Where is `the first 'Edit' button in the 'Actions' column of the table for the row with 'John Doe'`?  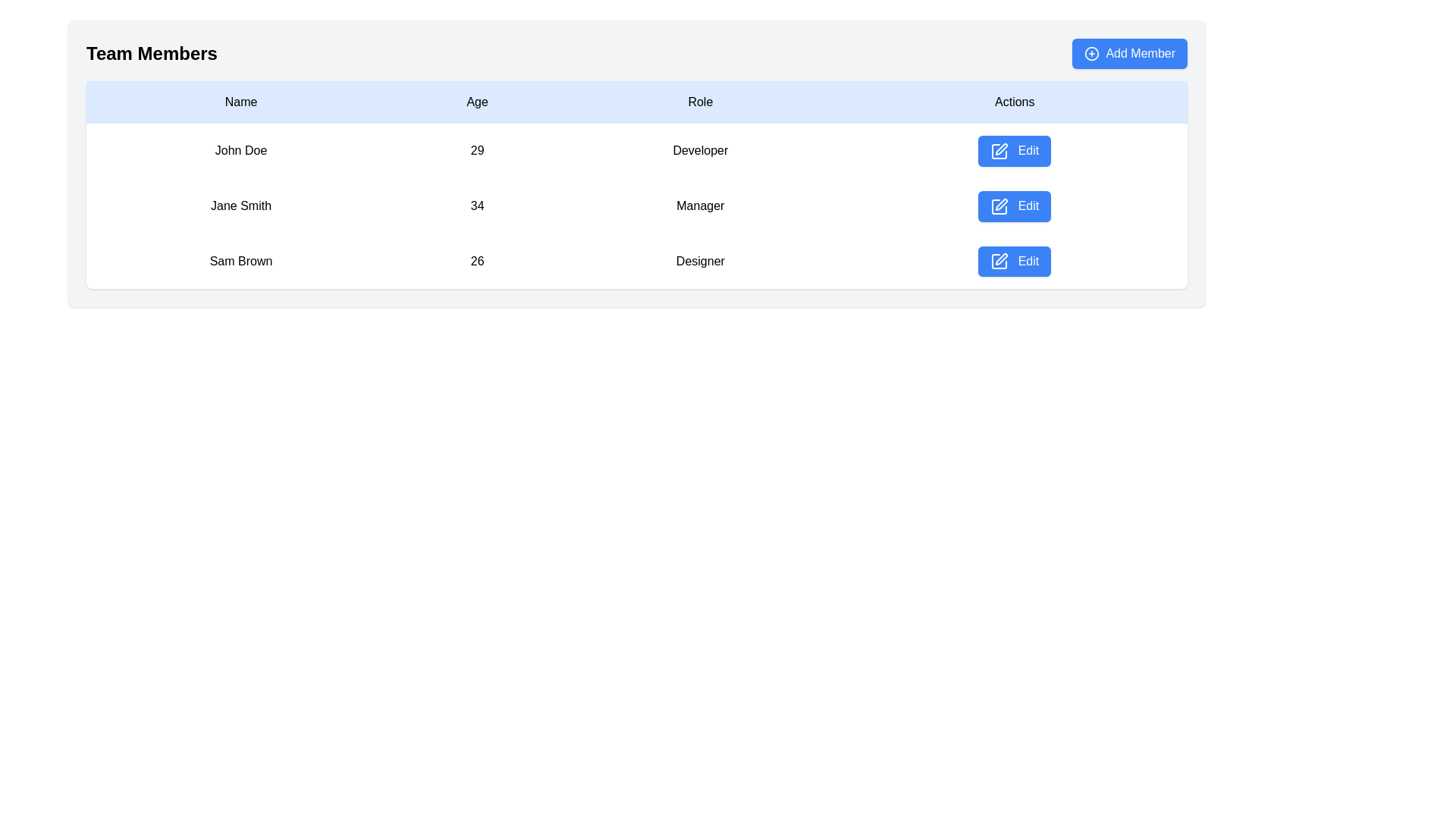 the first 'Edit' button in the 'Actions' column of the table for the row with 'John Doe' is located at coordinates (1015, 151).